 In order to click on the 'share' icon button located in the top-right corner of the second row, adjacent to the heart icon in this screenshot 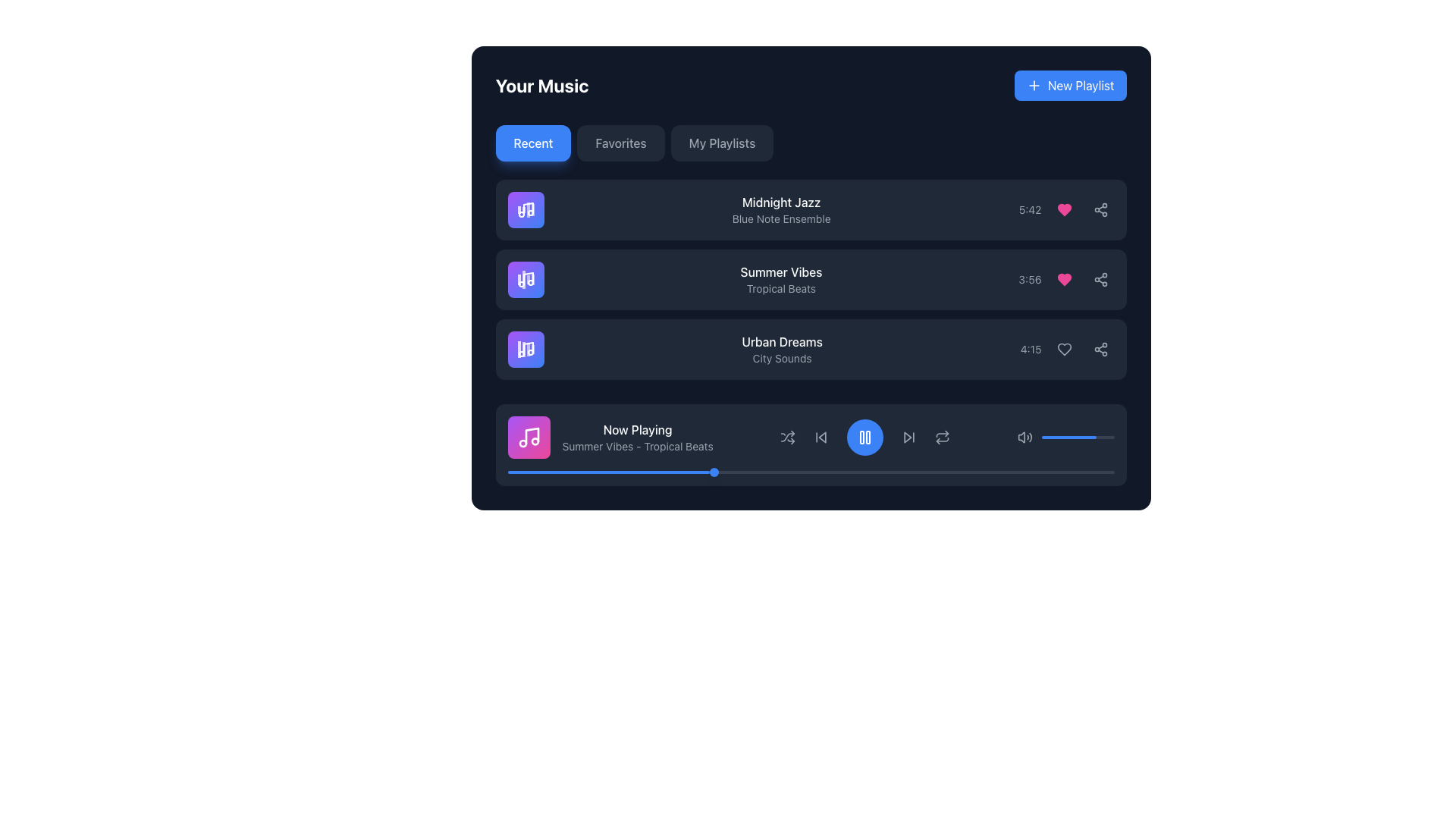, I will do `click(1100, 210)`.